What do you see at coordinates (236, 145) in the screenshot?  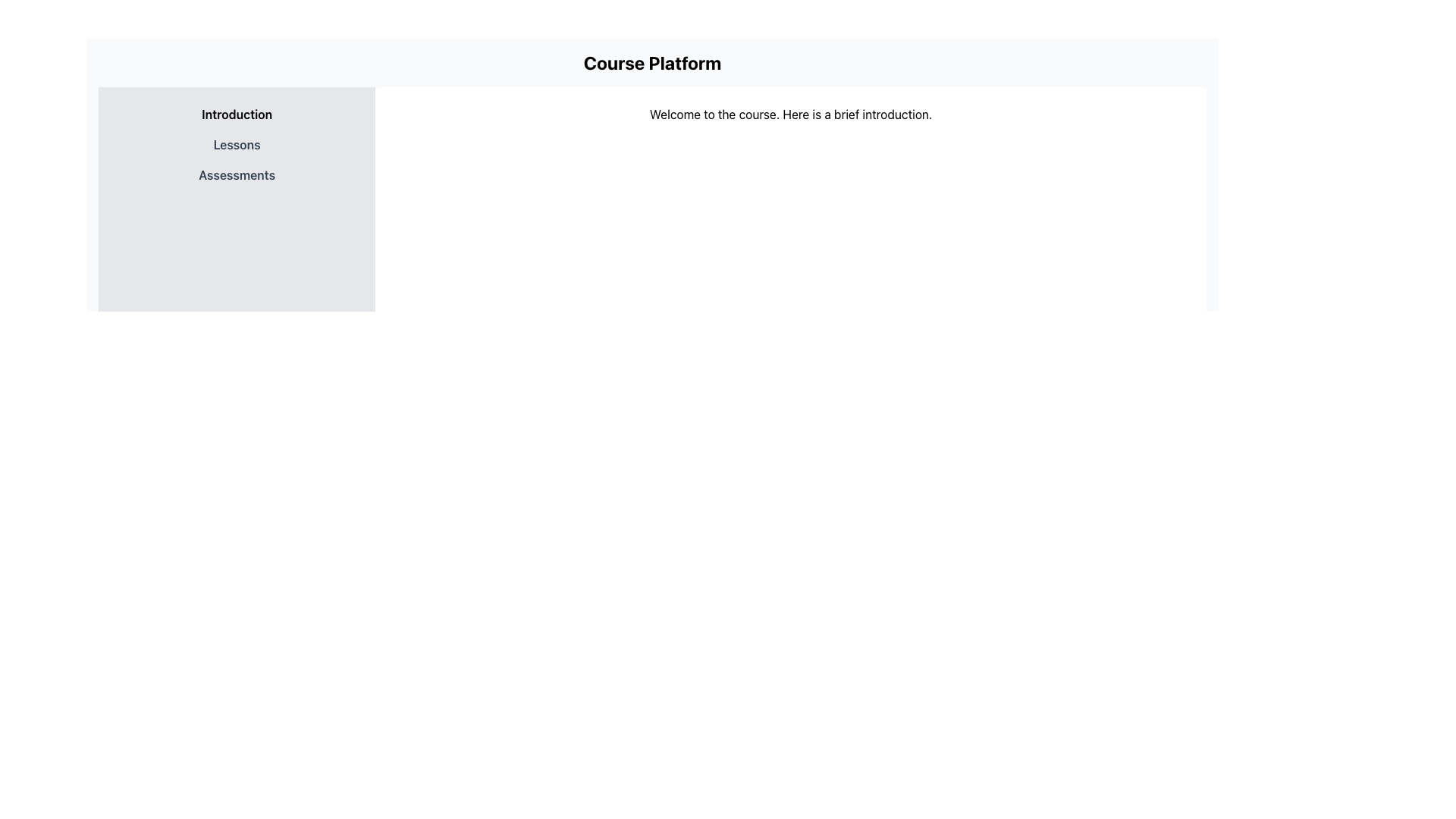 I see `the 'Lessons' text link, which is styled in gray and positioned between 'Introduction' and 'Assessments' in a vertical sidebar list` at bounding box center [236, 145].